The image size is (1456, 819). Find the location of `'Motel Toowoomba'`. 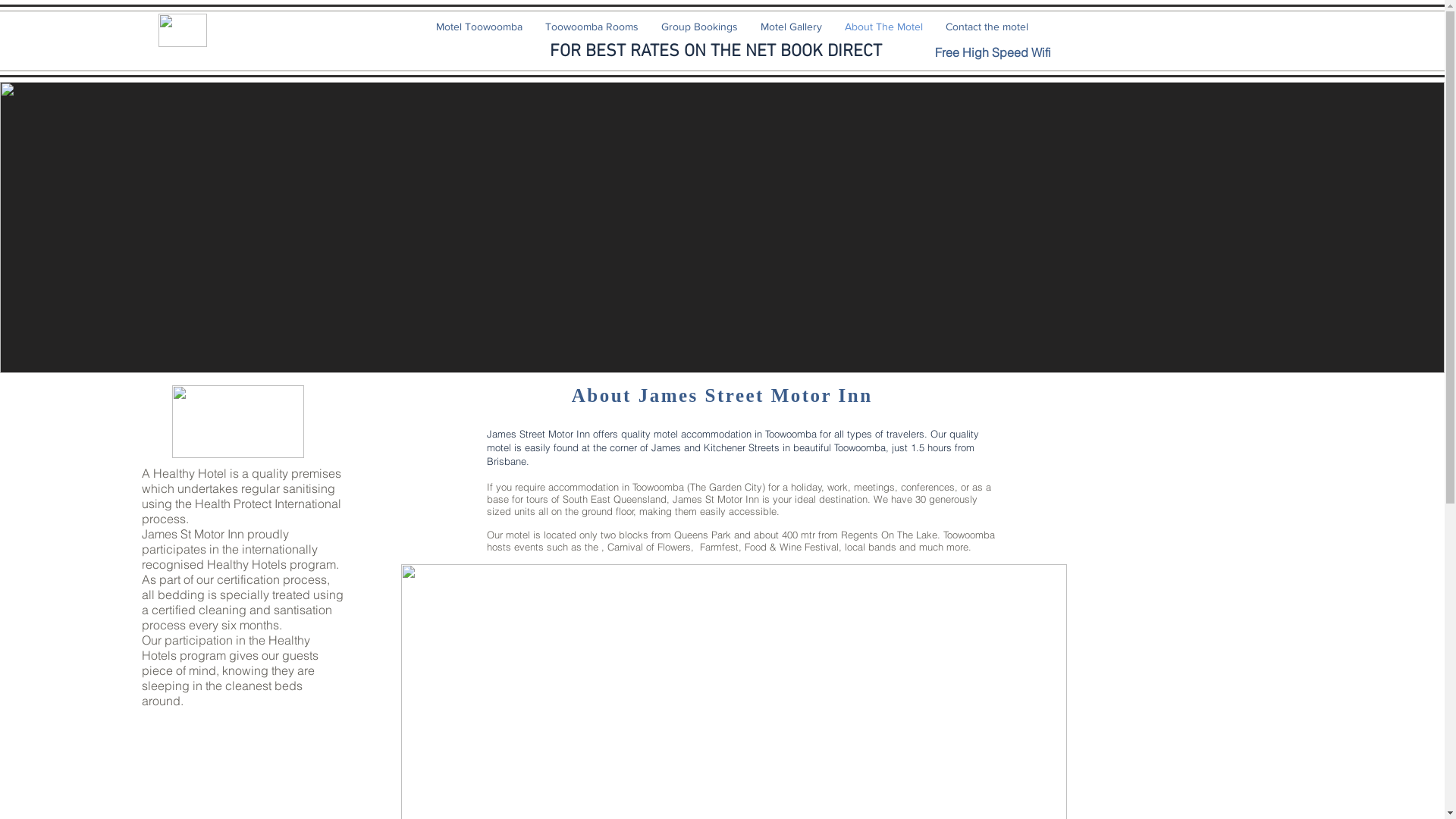

'Motel Toowoomba' is located at coordinates (479, 26).